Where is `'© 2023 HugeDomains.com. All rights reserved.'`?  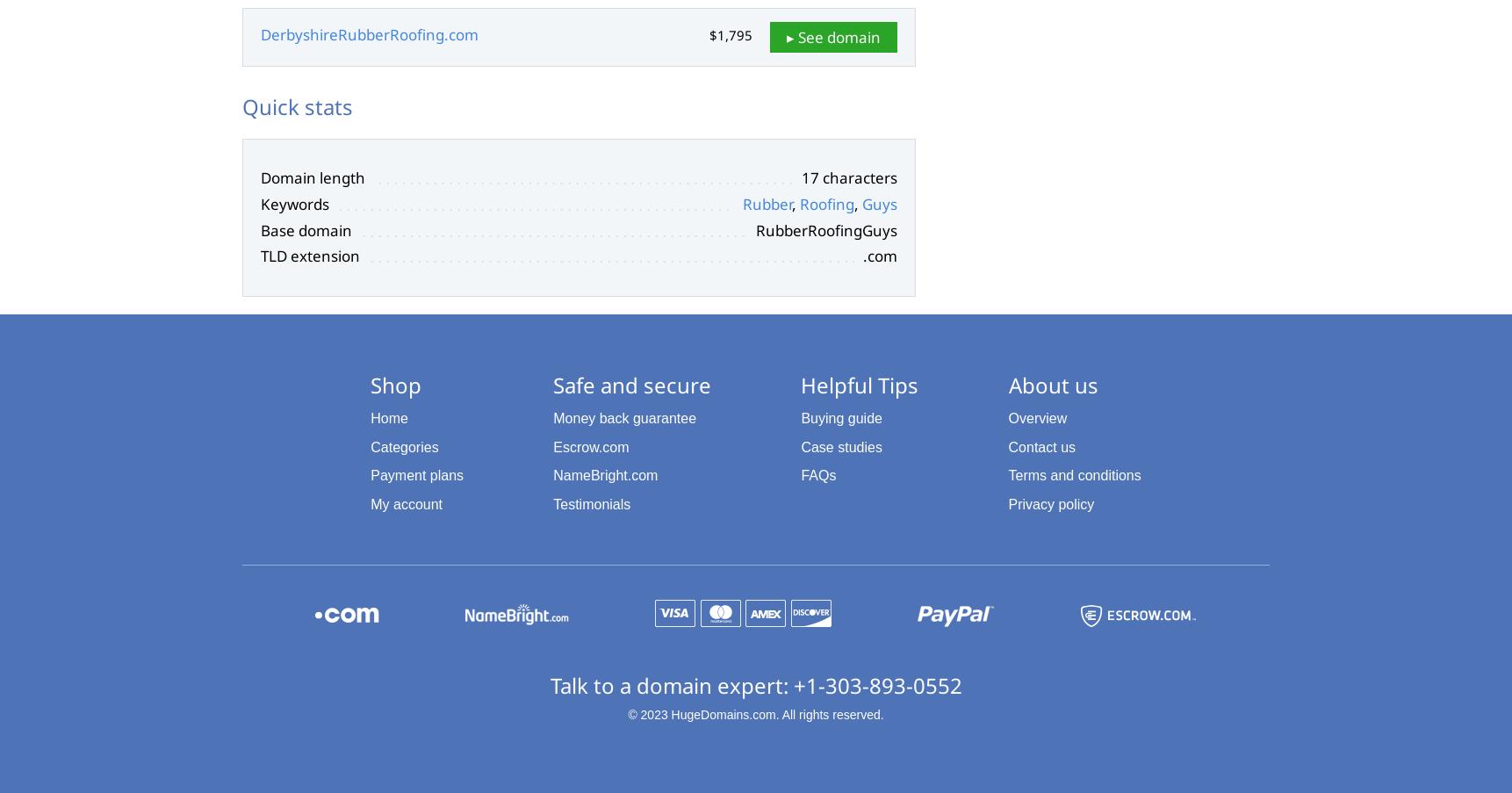
'© 2023 HugeDomains.com. All rights reserved.' is located at coordinates (754, 712).